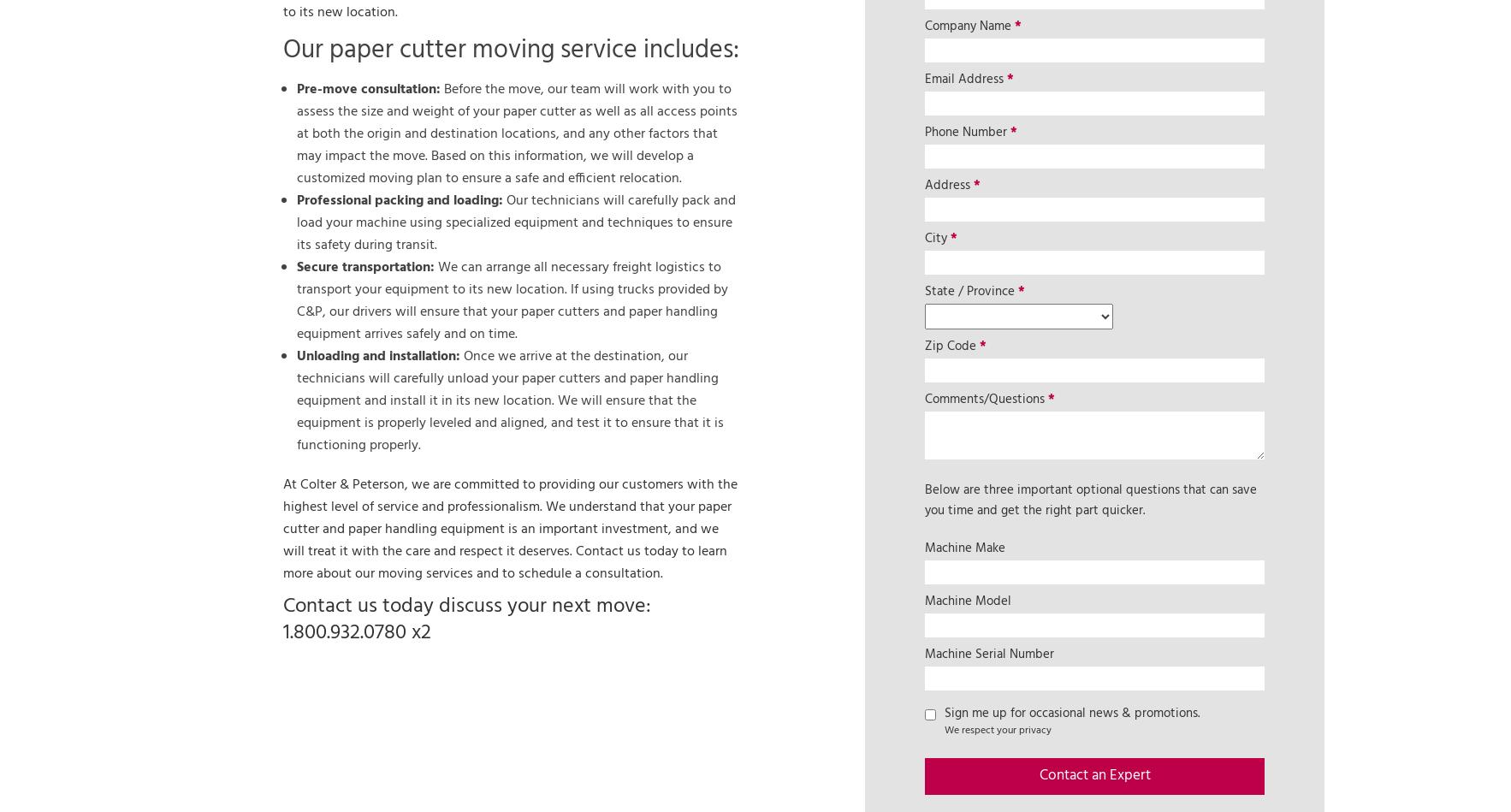 This screenshot has width=1511, height=812. I want to click on 'Below are three important optional questions that can save you time and get the right part quicker.', so click(1090, 499).